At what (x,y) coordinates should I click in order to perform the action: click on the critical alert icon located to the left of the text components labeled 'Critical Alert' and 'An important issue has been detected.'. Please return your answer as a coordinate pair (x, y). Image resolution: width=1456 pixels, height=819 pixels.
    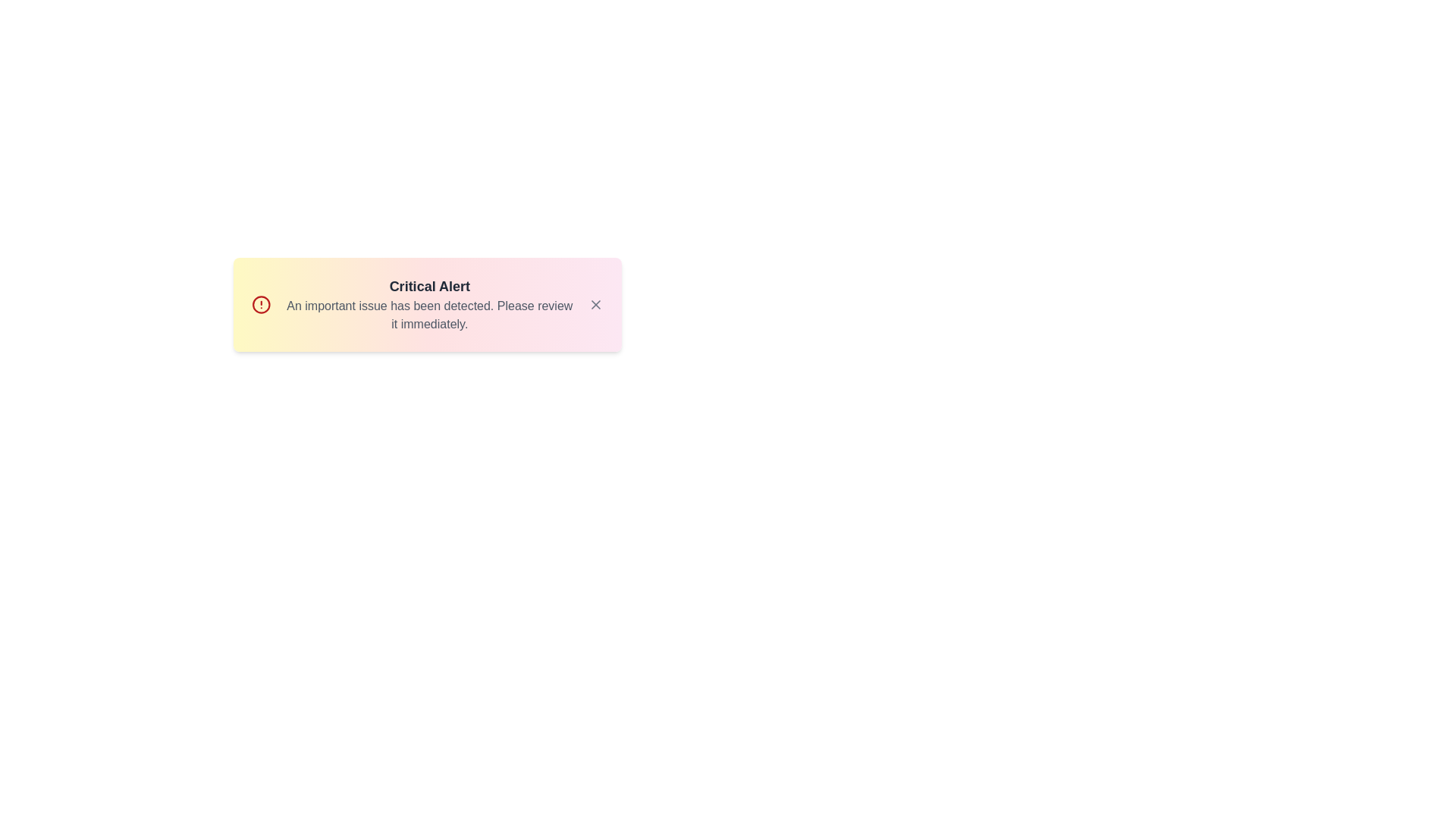
    Looking at the image, I should click on (261, 304).